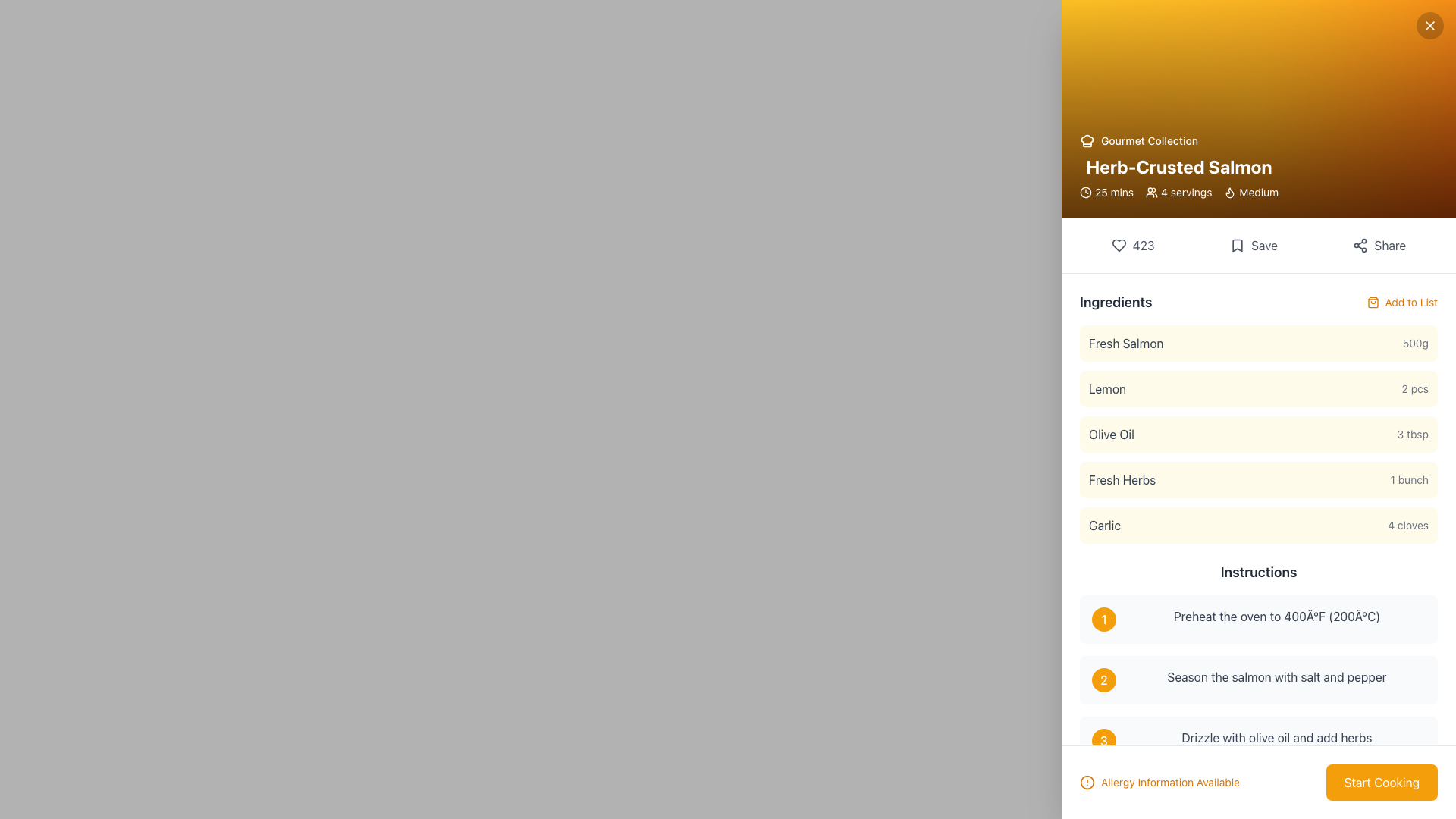 The width and height of the screenshot is (1456, 819). I want to click on the circular alert icon with a centered exclamation mark located on the left side of the footer, next to the text 'Allergy Information Available', so click(1087, 783).